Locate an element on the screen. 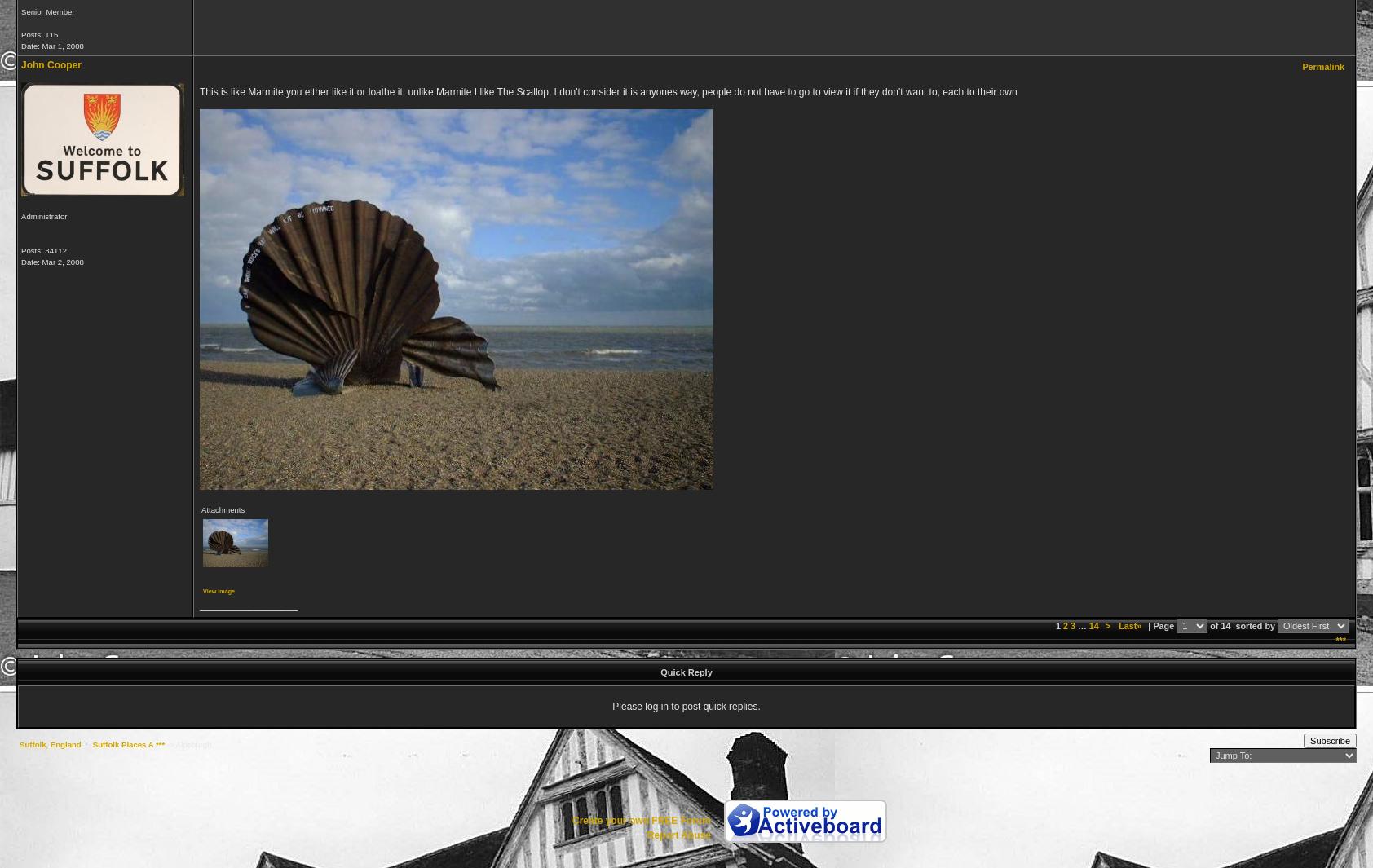  'John Cooper' is located at coordinates (50, 64).